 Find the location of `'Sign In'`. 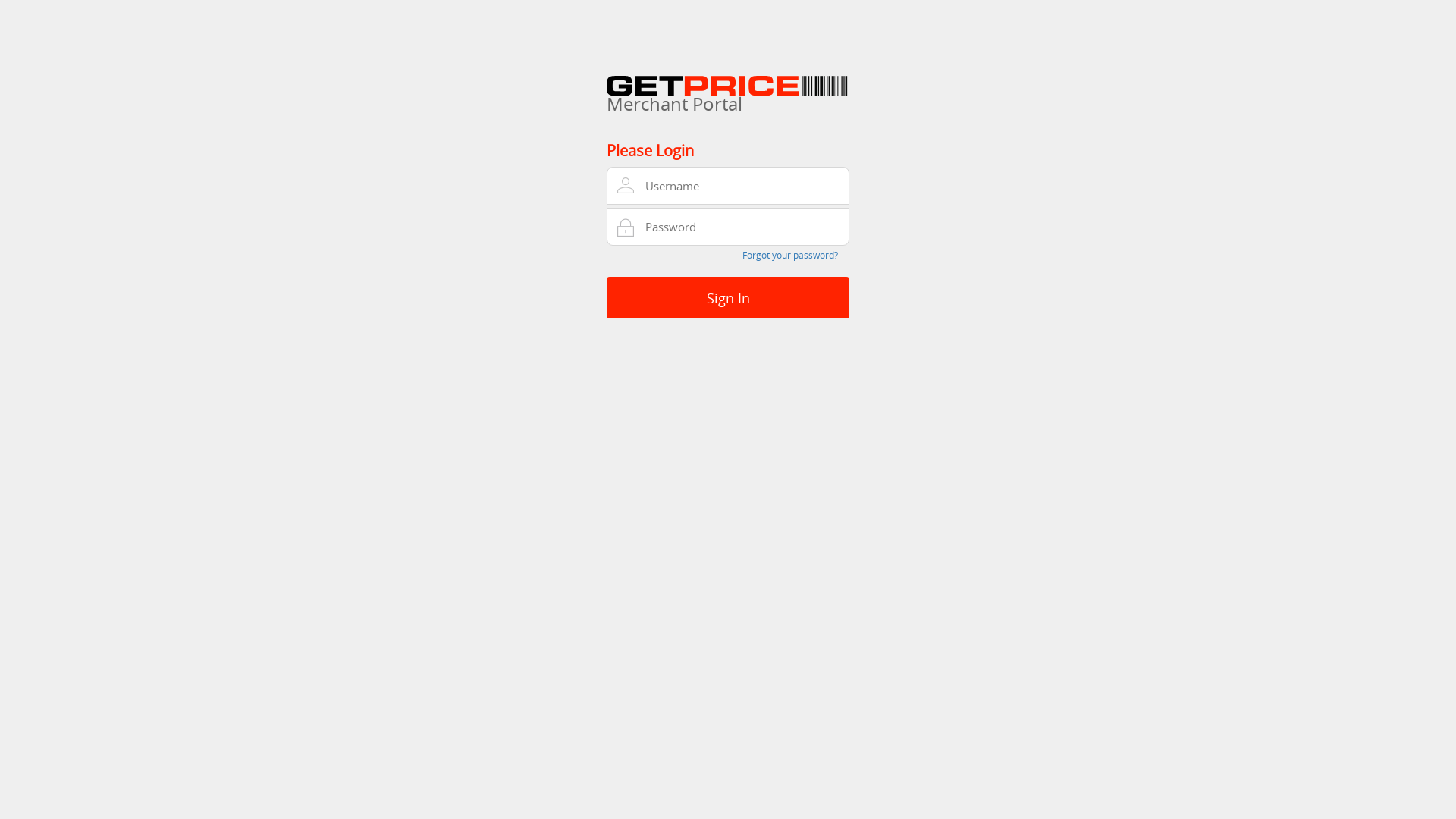

'Sign In' is located at coordinates (728, 297).